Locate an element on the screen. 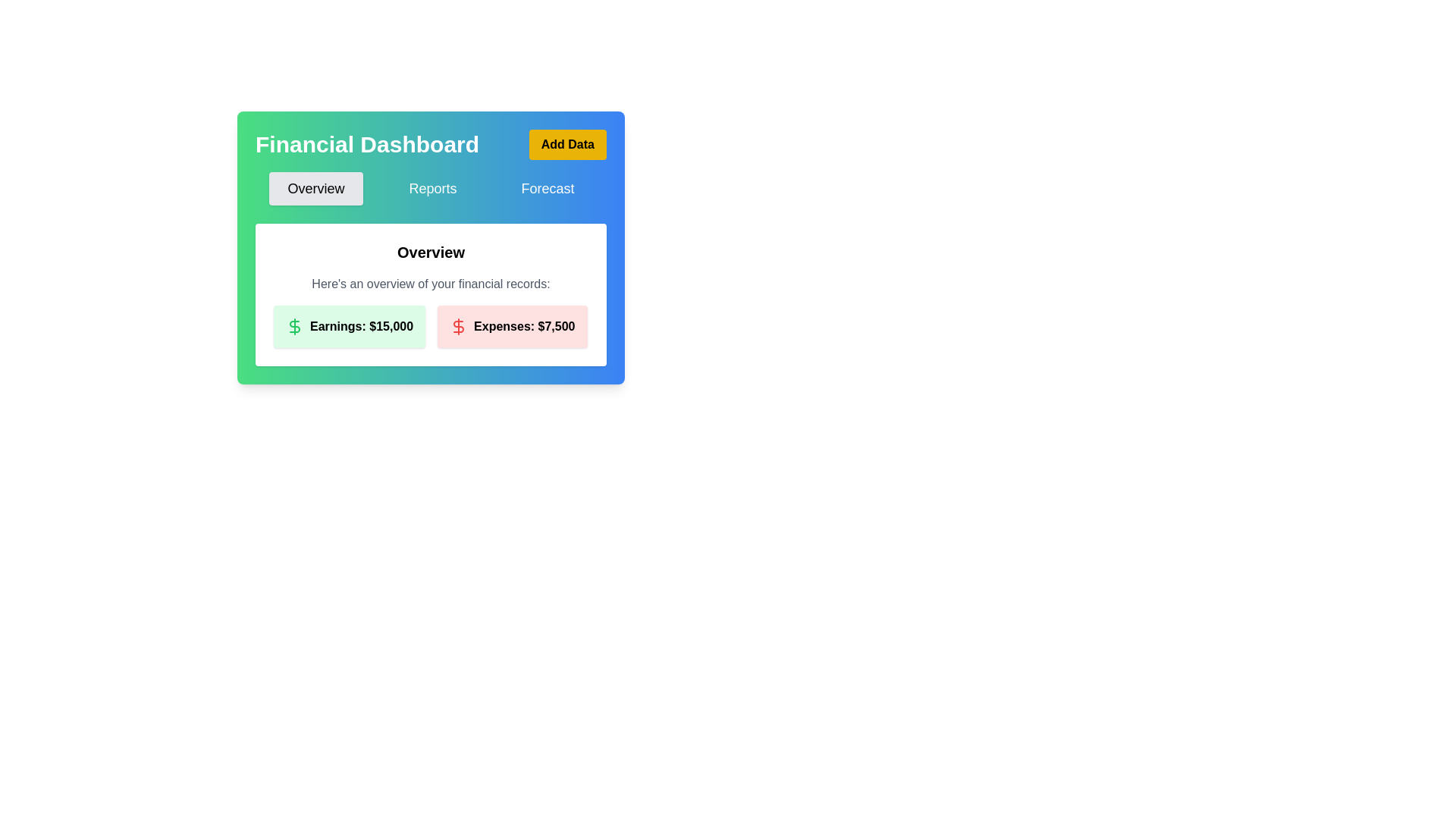 Image resolution: width=1456 pixels, height=819 pixels. the second expense card in the financial overview section, located on the right-hand side adjacent to the earnings card is located at coordinates (512, 326).